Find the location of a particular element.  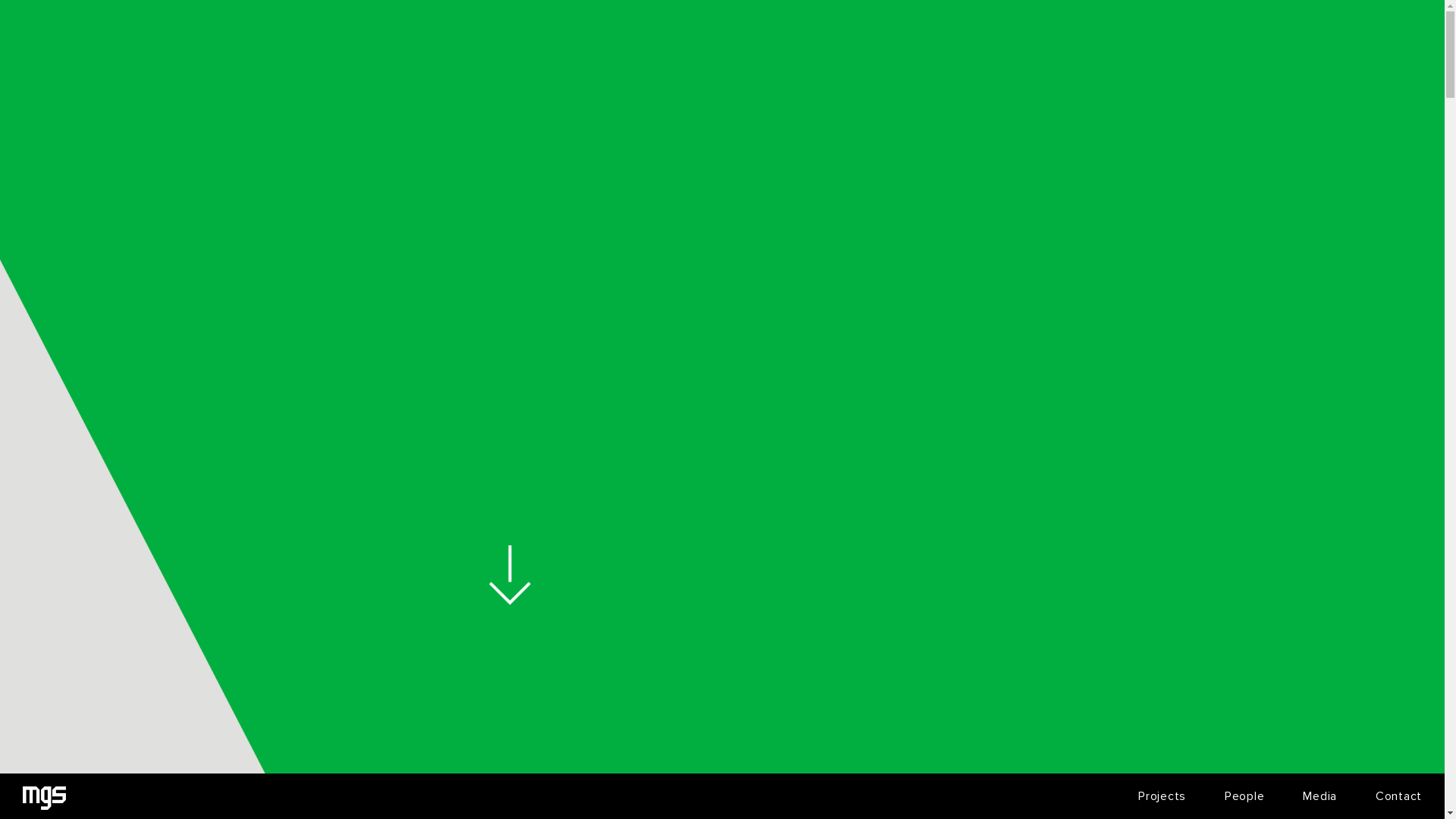

'People' is located at coordinates (1244, 795).